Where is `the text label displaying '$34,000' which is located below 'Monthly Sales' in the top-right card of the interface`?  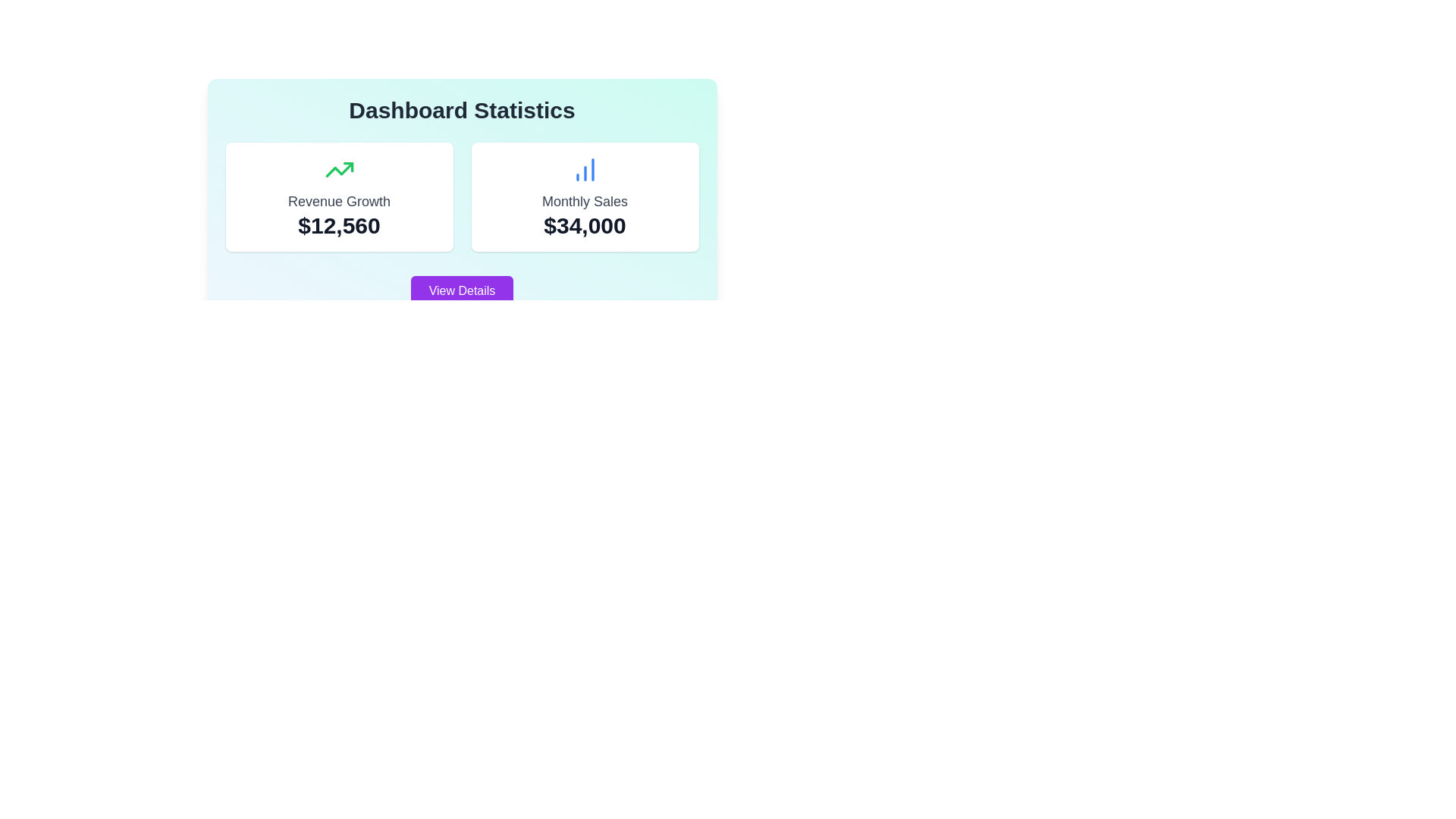
the text label displaying '$34,000' which is located below 'Monthly Sales' in the top-right card of the interface is located at coordinates (584, 225).